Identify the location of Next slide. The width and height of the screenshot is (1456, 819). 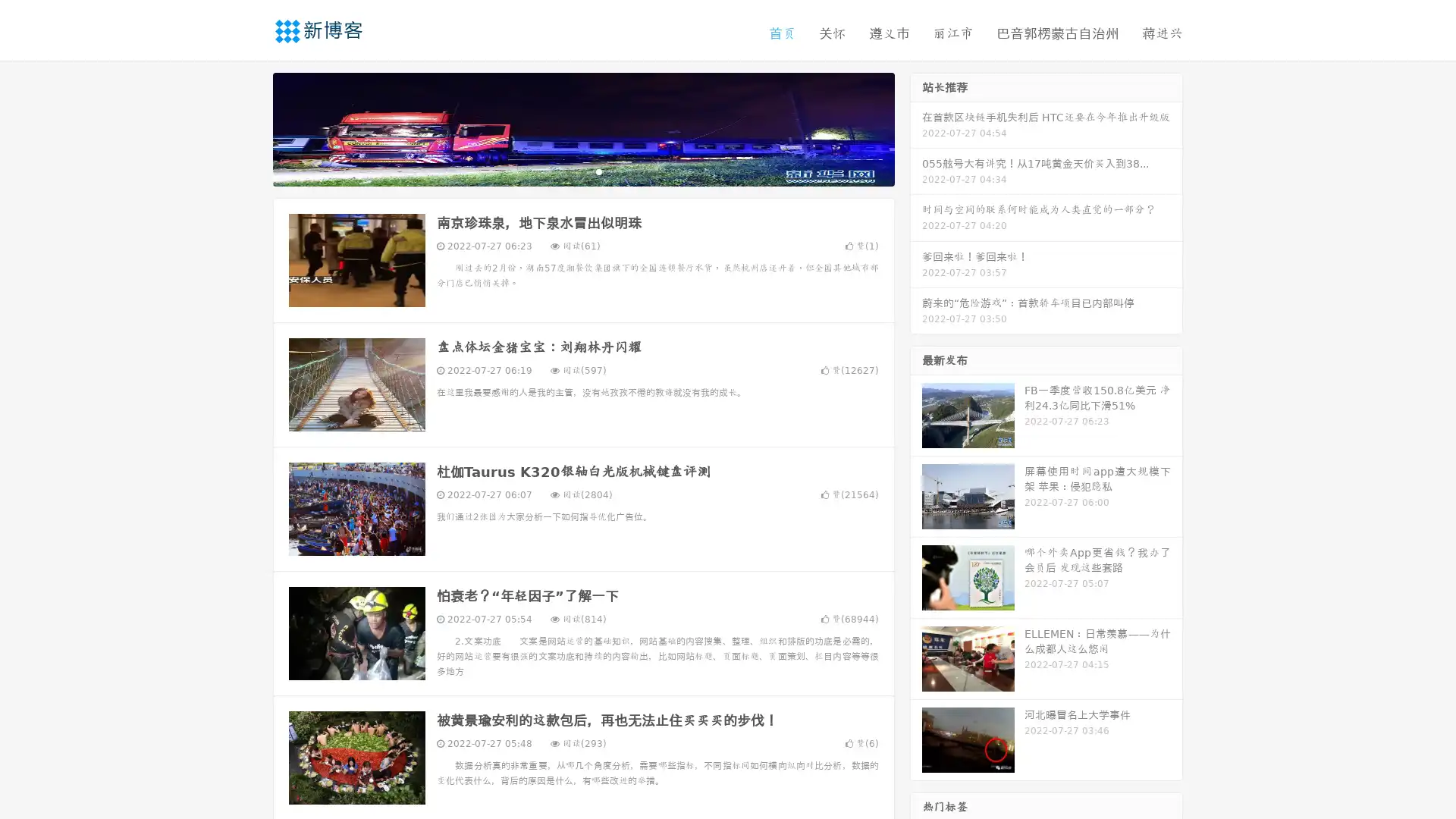
(916, 127).